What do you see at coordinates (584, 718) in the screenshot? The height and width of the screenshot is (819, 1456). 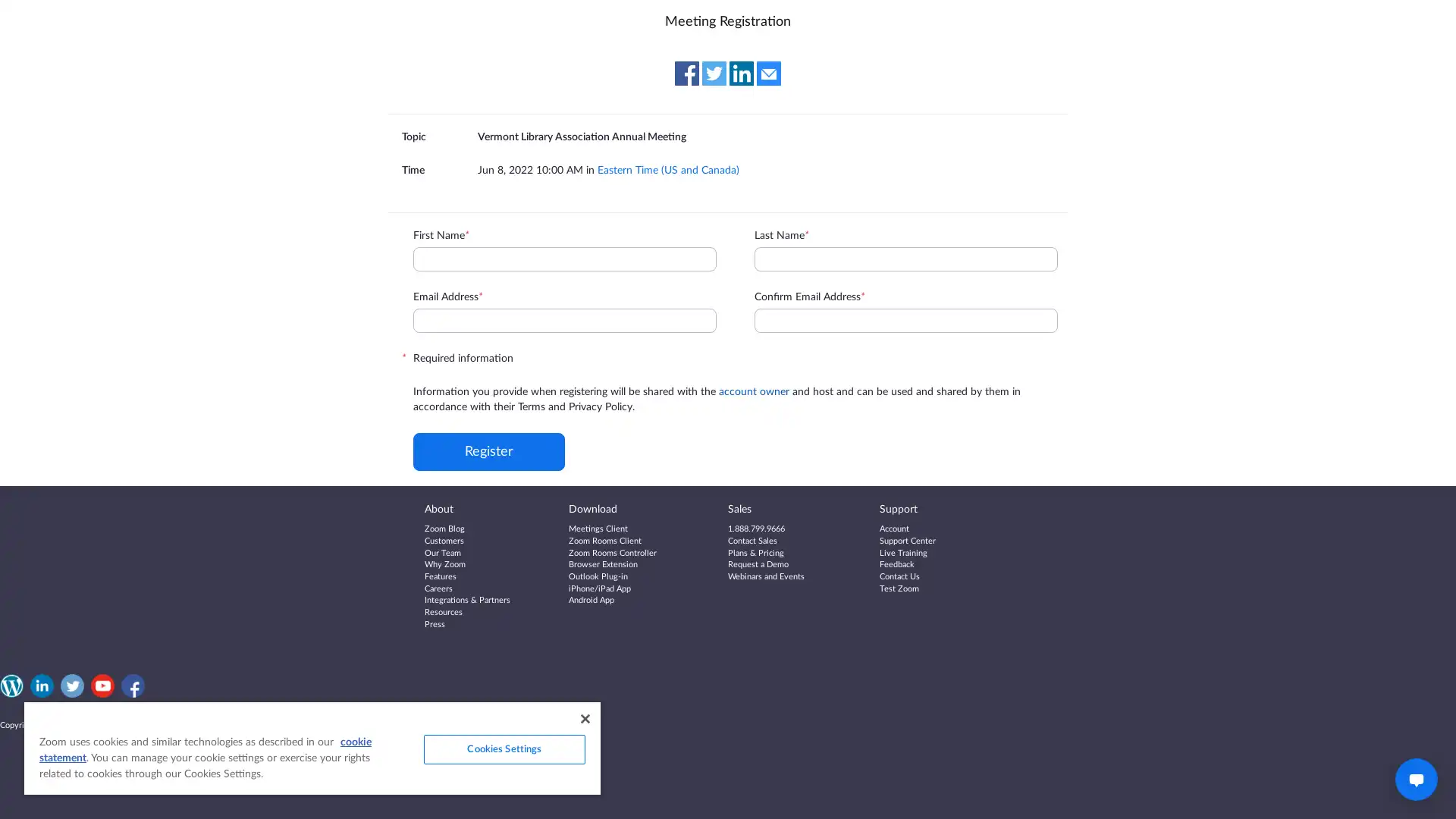 I see `Close` at bounding box center [584, 718].